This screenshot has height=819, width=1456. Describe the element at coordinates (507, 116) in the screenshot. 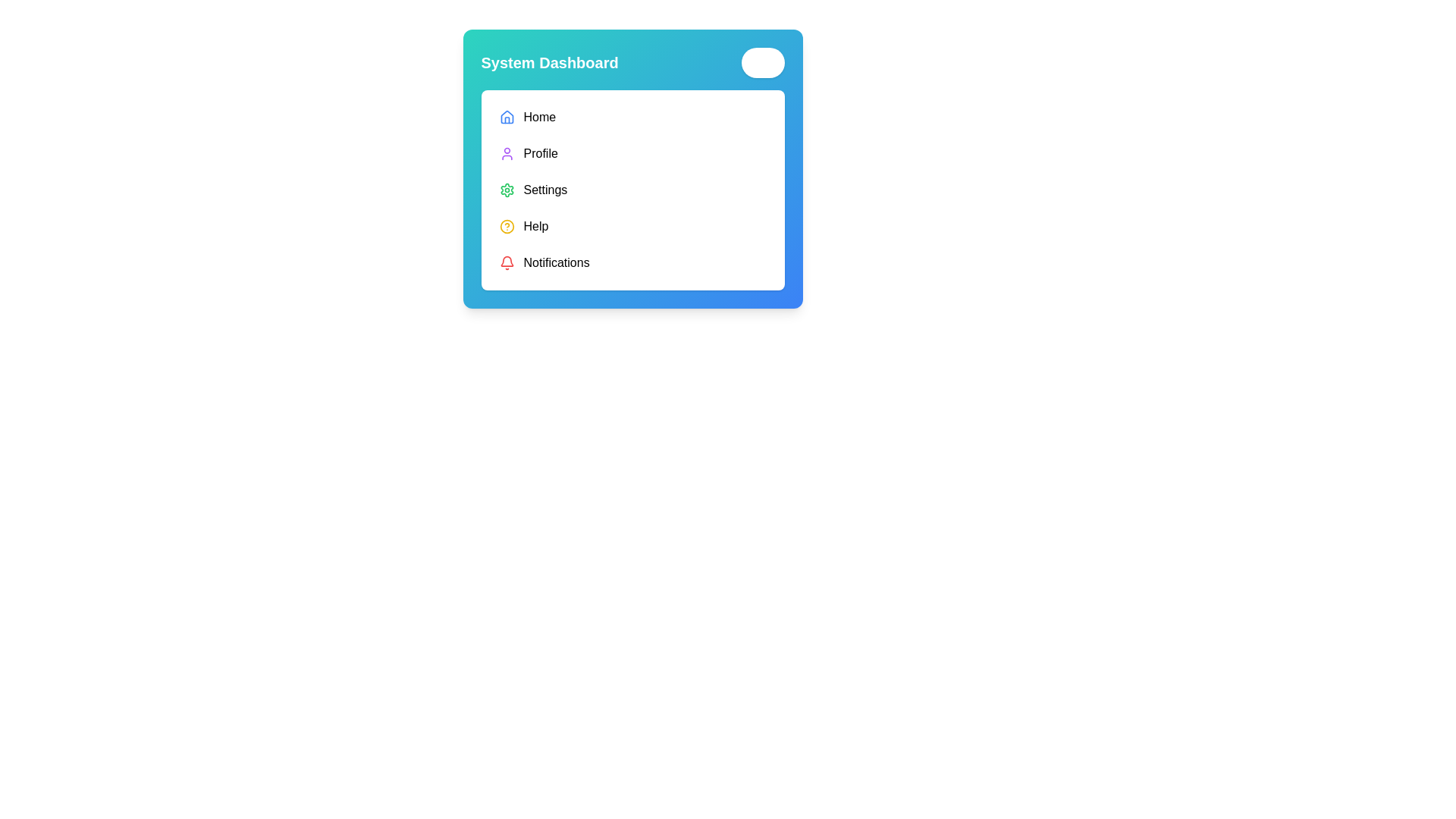

I see `the 'Home' icon located at the top-left corner of the vertical list in the dashboard panel` at that location.